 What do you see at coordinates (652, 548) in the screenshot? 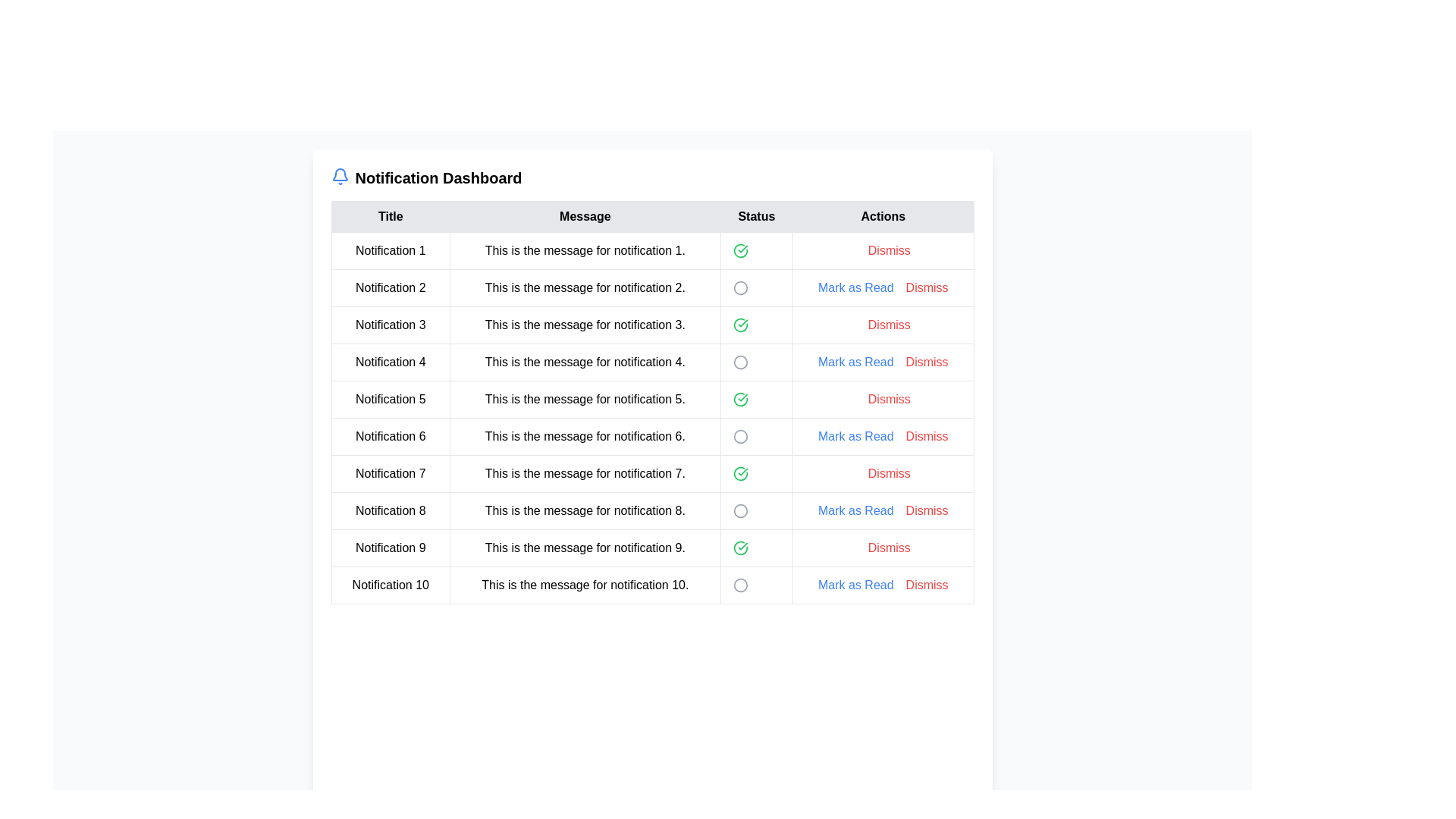
I see `the ninth row in the notification dashboard that displays details about a specific notification, including its title, brief message, and status` at bounding box center [652, 548].